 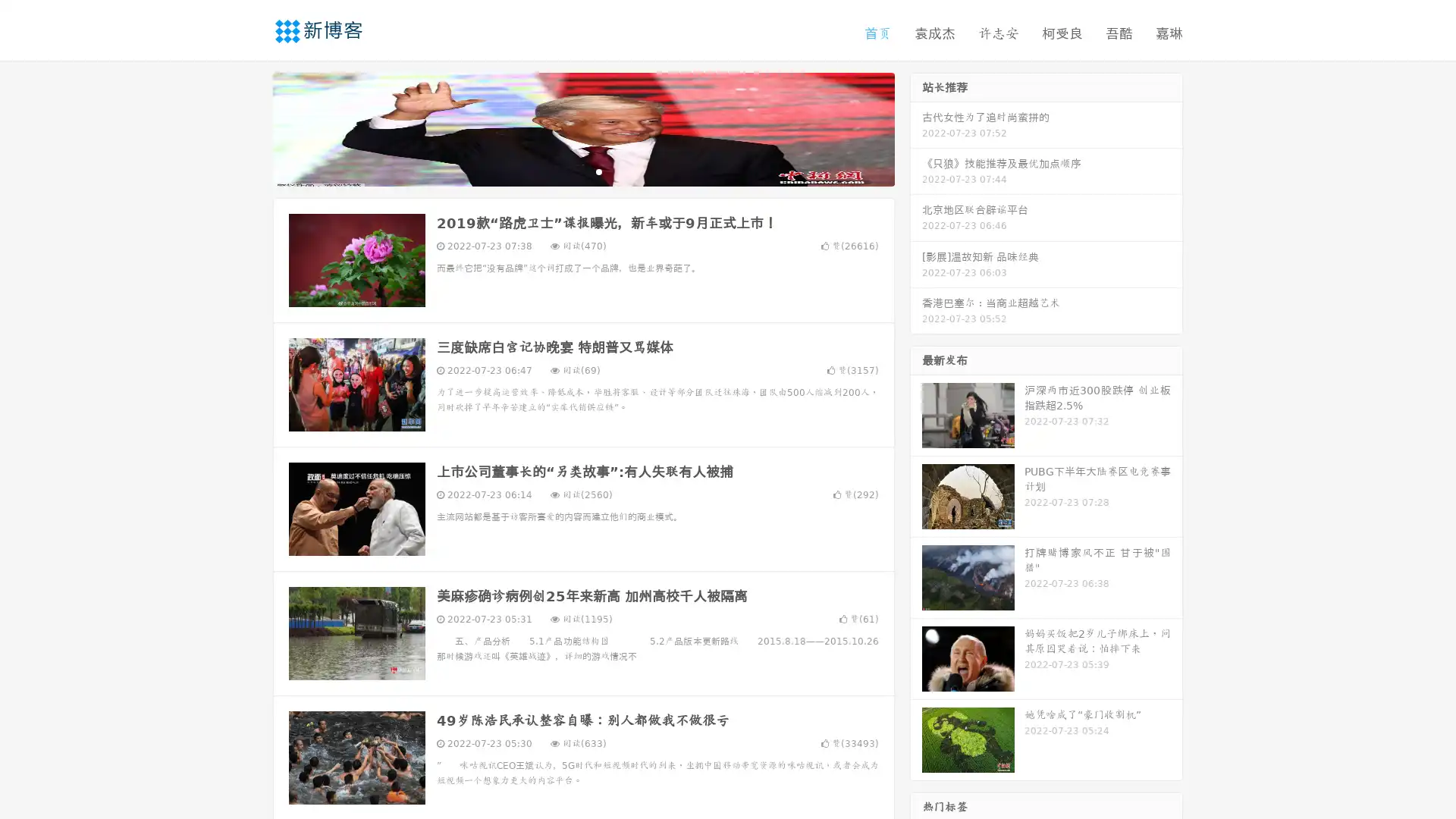 I want to click on Previous slide, so click(x=250, y=127).